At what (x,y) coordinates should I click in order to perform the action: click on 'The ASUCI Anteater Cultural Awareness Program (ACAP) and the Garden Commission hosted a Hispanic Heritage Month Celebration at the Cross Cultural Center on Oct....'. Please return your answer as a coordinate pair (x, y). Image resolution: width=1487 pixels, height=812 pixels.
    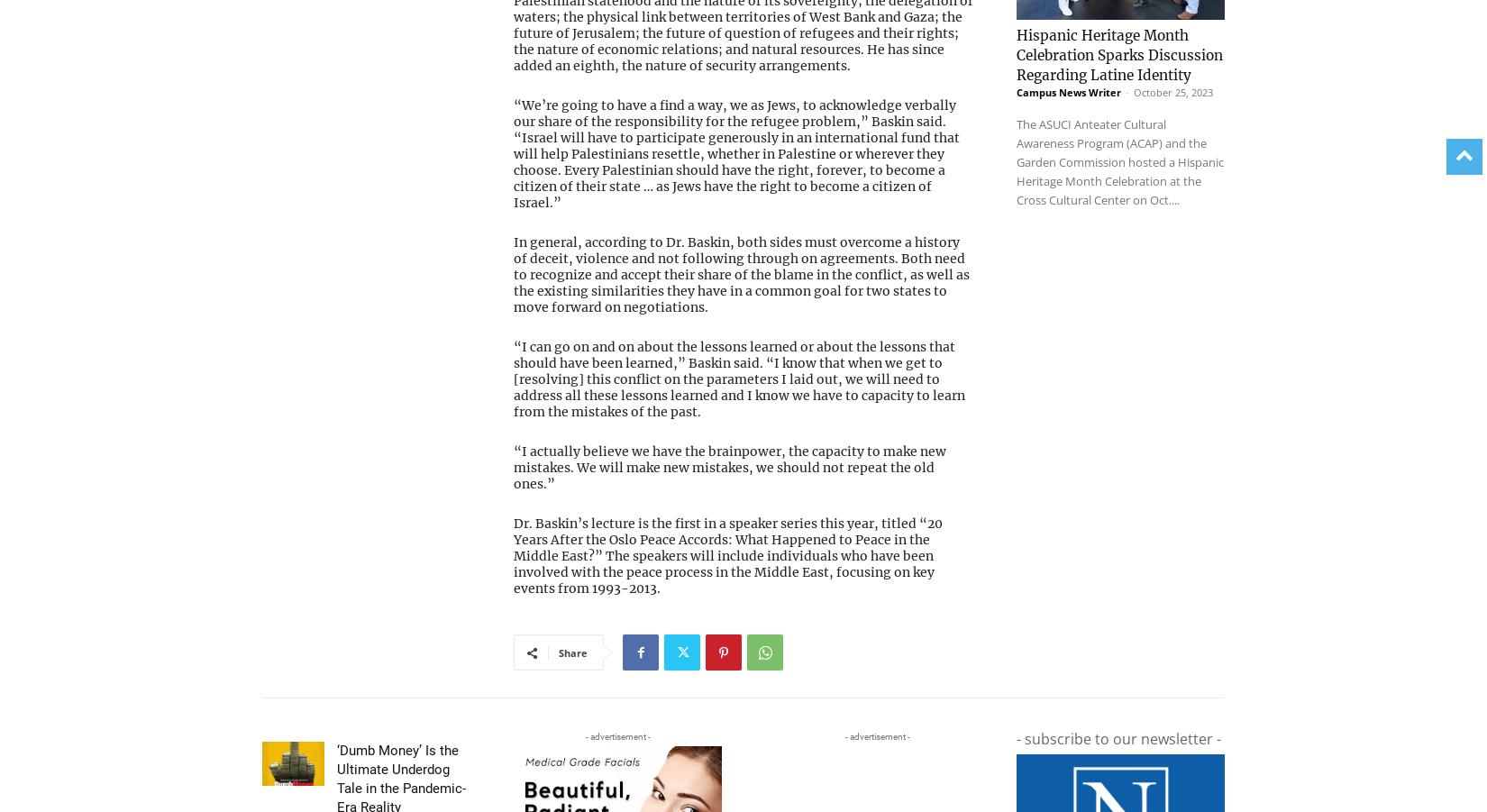
    Looking at the image, I should click on (1016, 125).